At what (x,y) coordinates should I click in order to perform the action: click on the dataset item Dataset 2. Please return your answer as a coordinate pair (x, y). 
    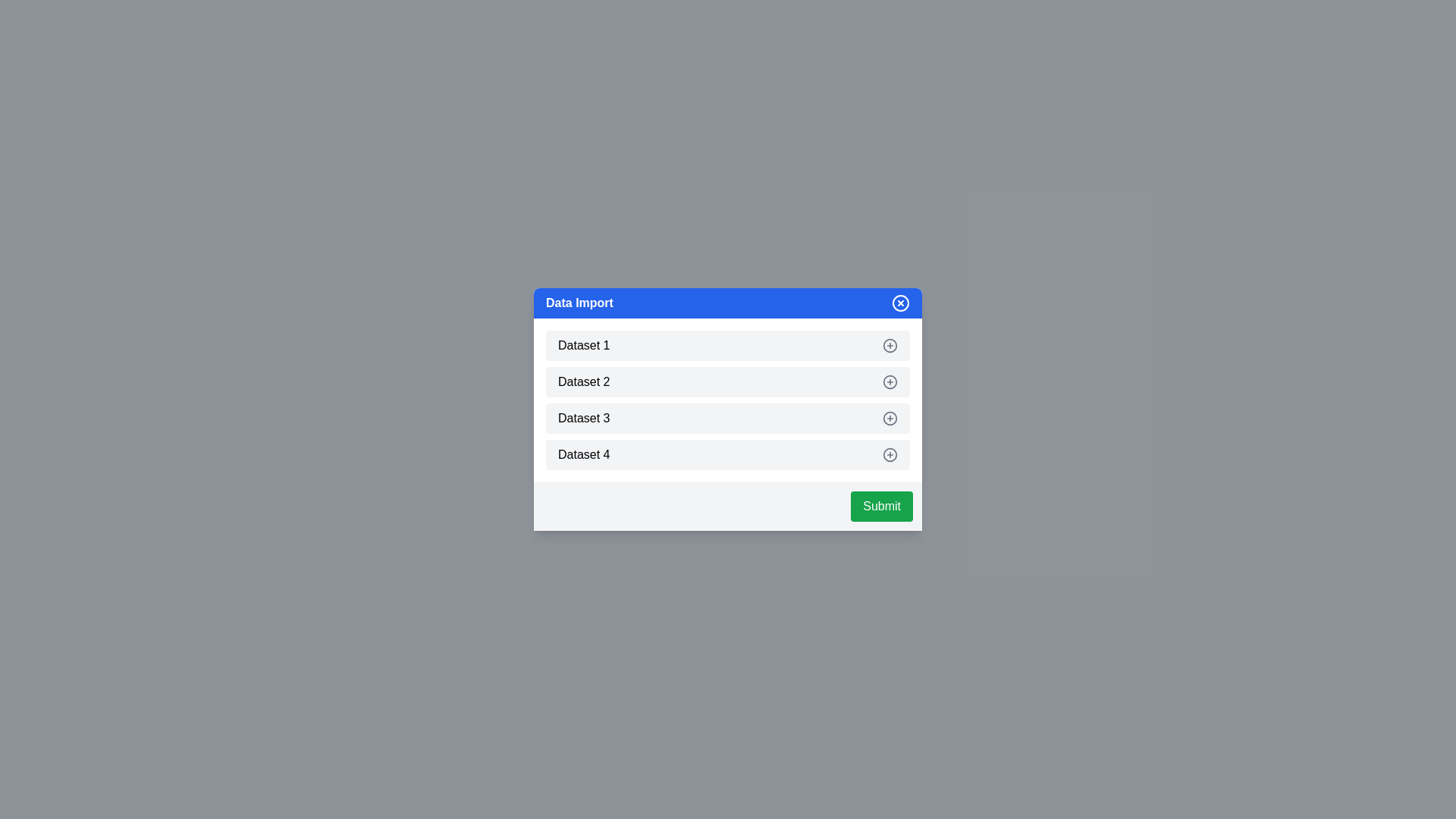
    Looking at the image, I should click on (890, 381).